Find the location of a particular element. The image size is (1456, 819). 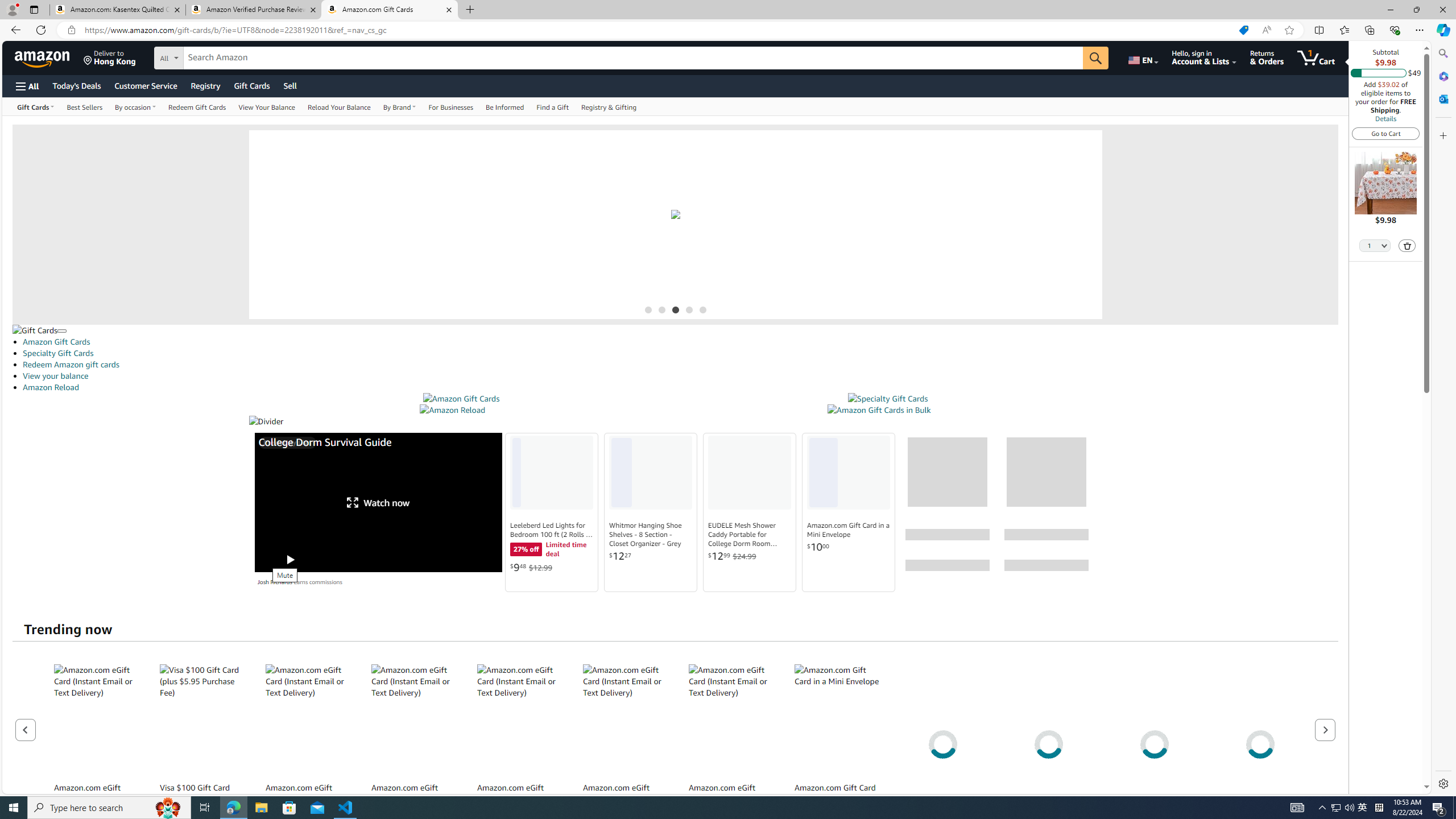

'Amazon' is located at coordinates (43, 57).